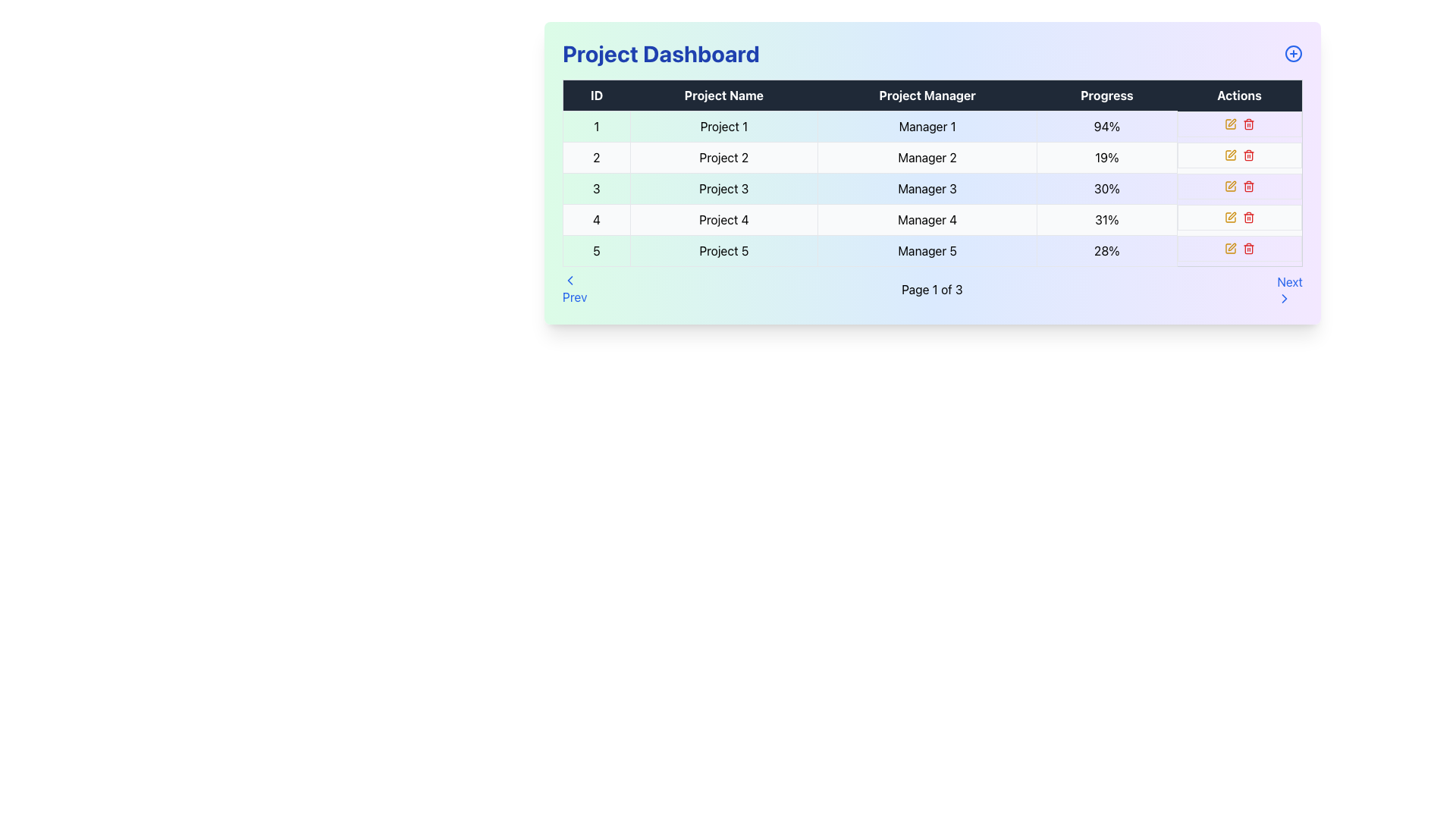 This screenshot has width=1456, height=819. Describe the element at coordinates (1230, 247) in the screenshot. I see `the edit button in the 'Actions' column of the table for 'Project 5' located in the fifth row` at that location.